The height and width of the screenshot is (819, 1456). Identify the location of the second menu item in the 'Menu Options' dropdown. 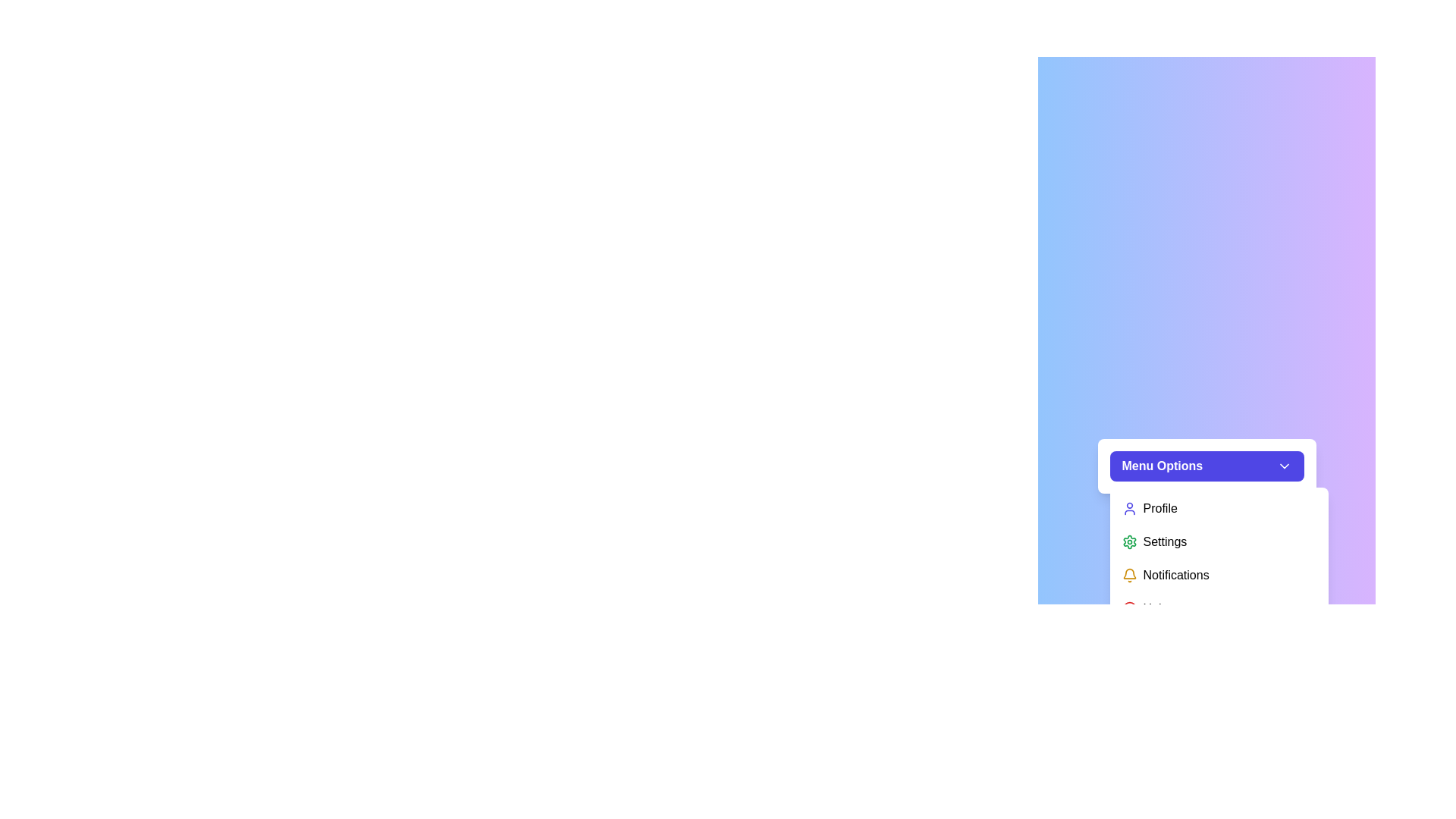
(1219, 541).